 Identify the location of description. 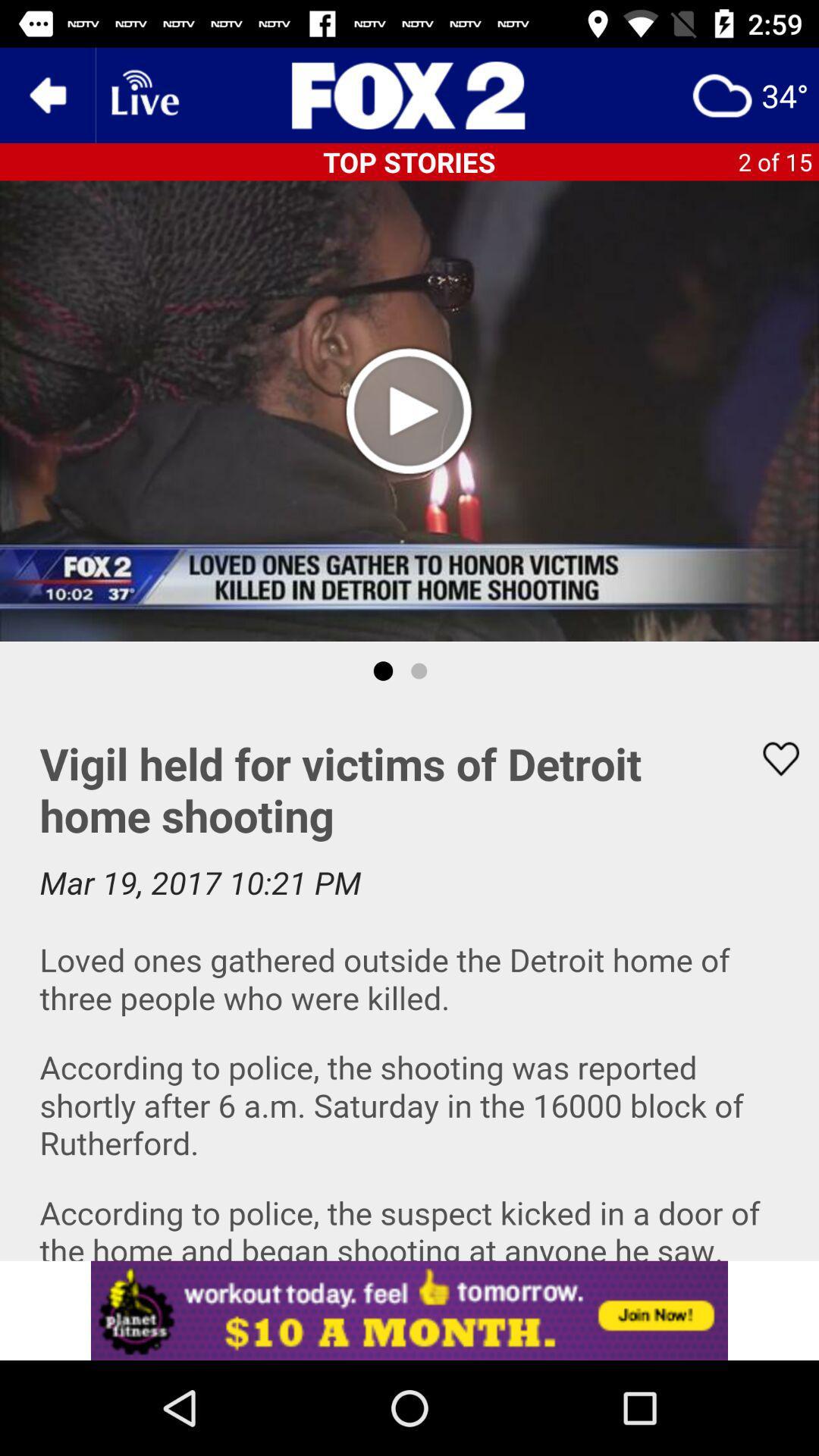
(409, 981).